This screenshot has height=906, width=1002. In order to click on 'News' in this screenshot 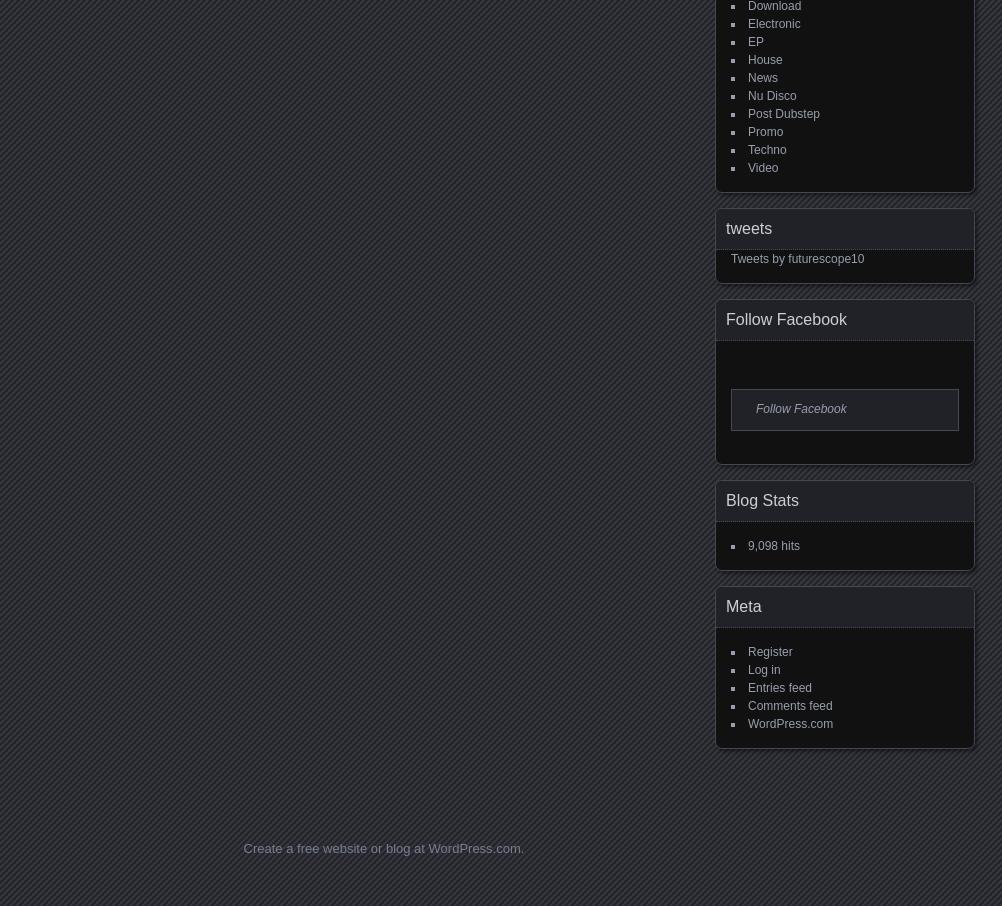, I will do `click(762, 78)`.